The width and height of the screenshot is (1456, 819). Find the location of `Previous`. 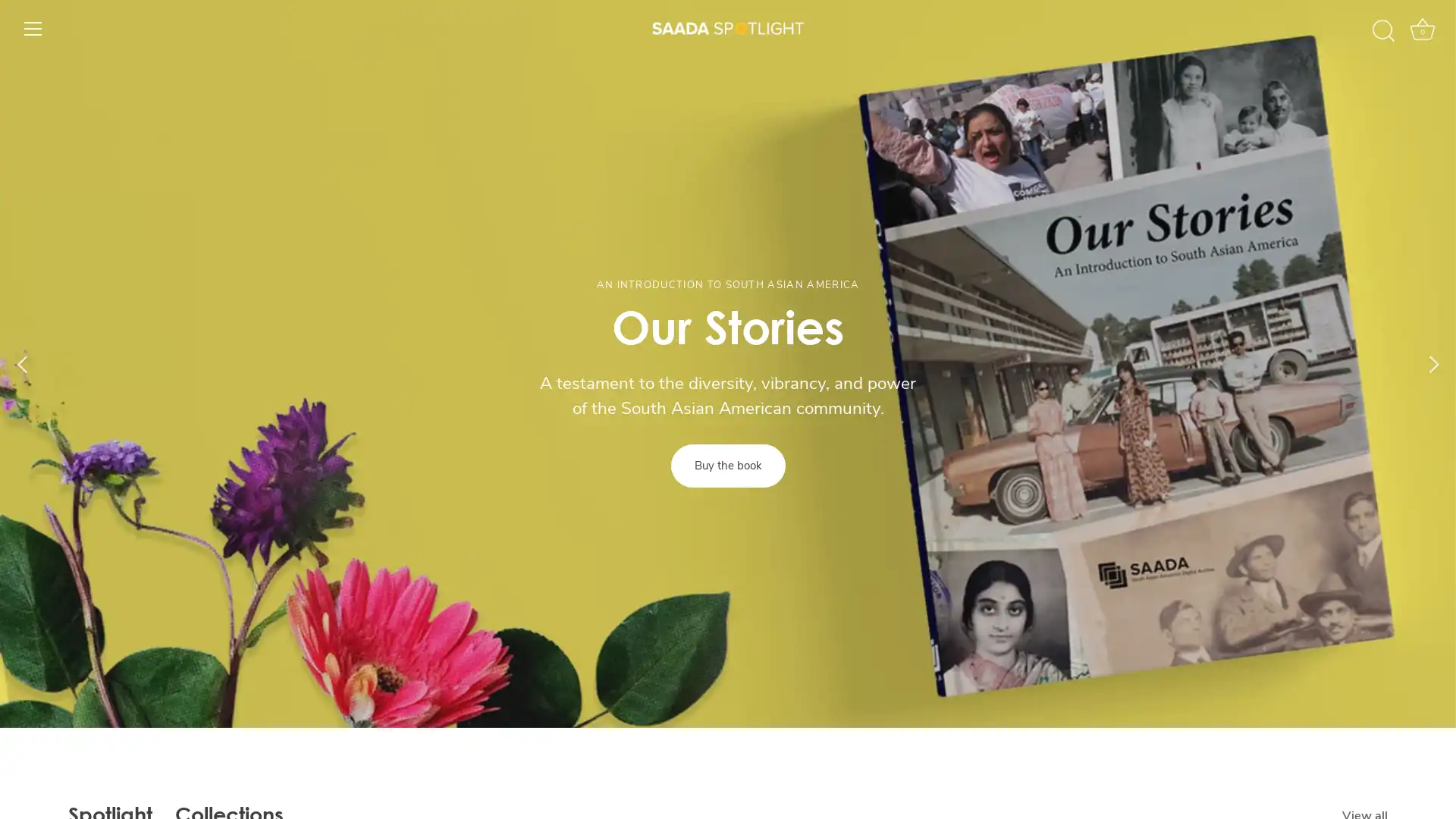

Previous is located at coordinates (22, 363).